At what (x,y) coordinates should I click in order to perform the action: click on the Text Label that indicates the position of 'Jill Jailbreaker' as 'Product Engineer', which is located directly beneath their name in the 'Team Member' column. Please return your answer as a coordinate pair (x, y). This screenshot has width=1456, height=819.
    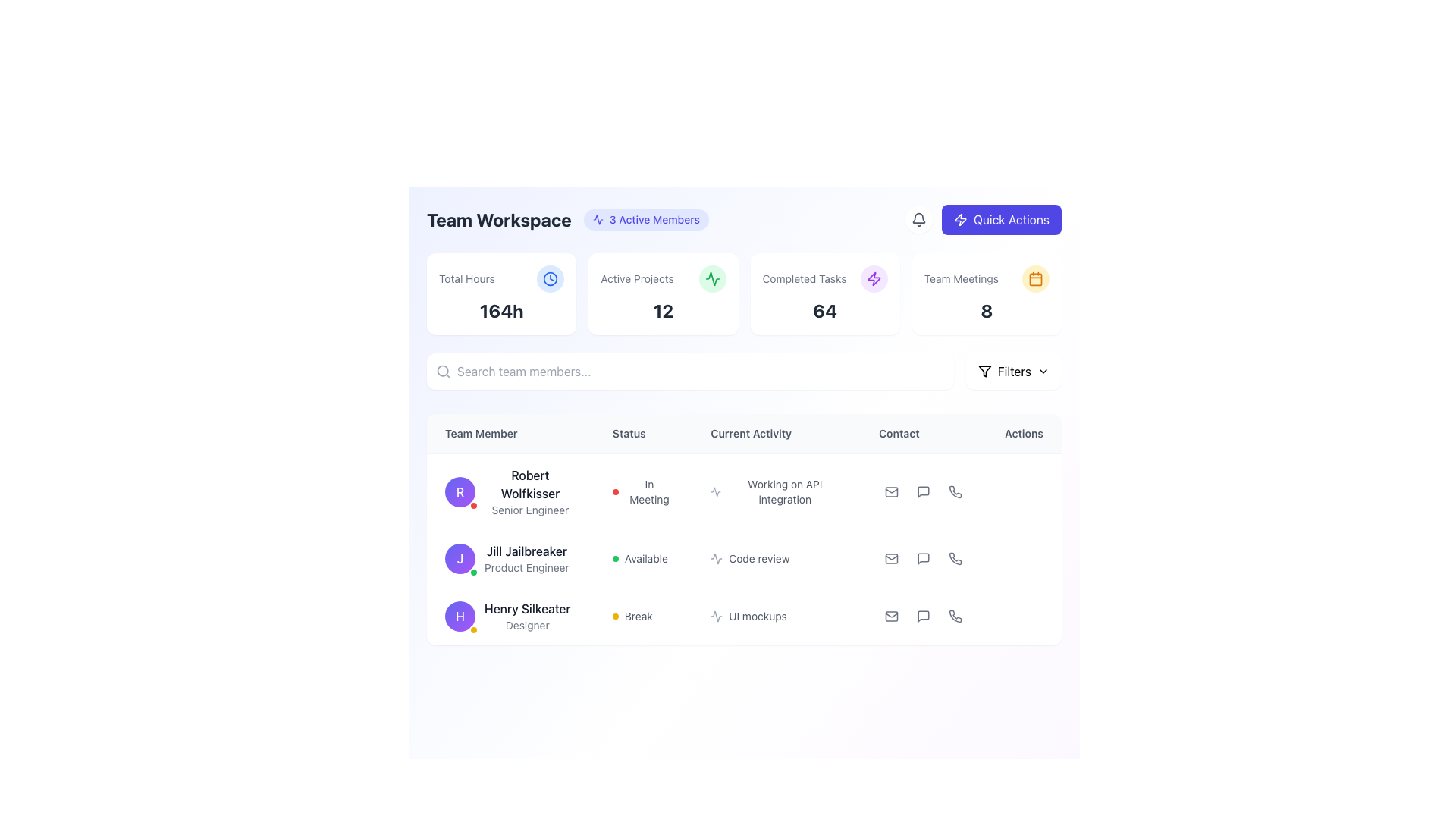
    Looking at the image, I should click on (526, 567).